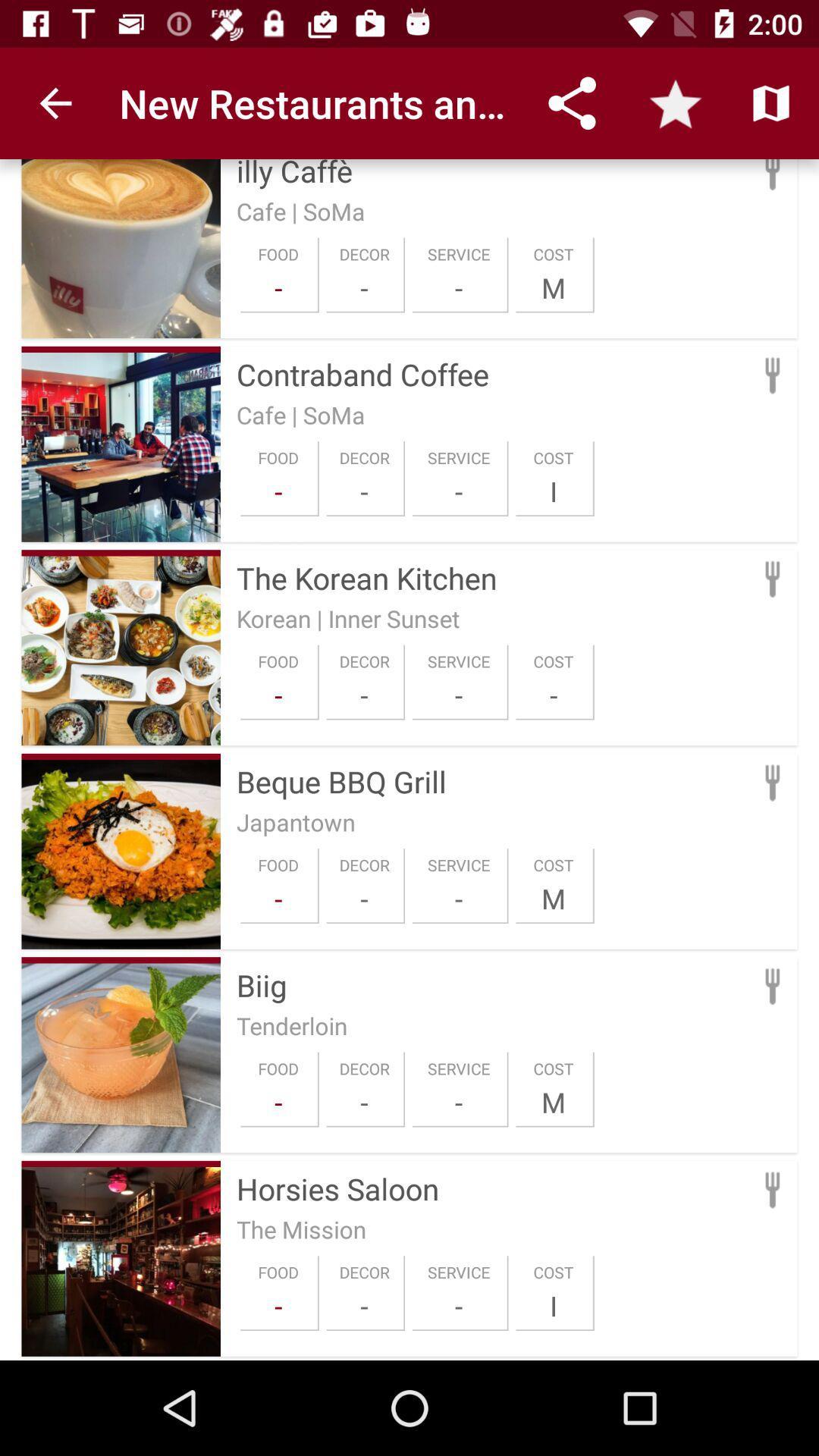  What do you see at coordinates (296, 821) in the screenshot?
I see `the japantown icon` at bounding box center [296, 821].